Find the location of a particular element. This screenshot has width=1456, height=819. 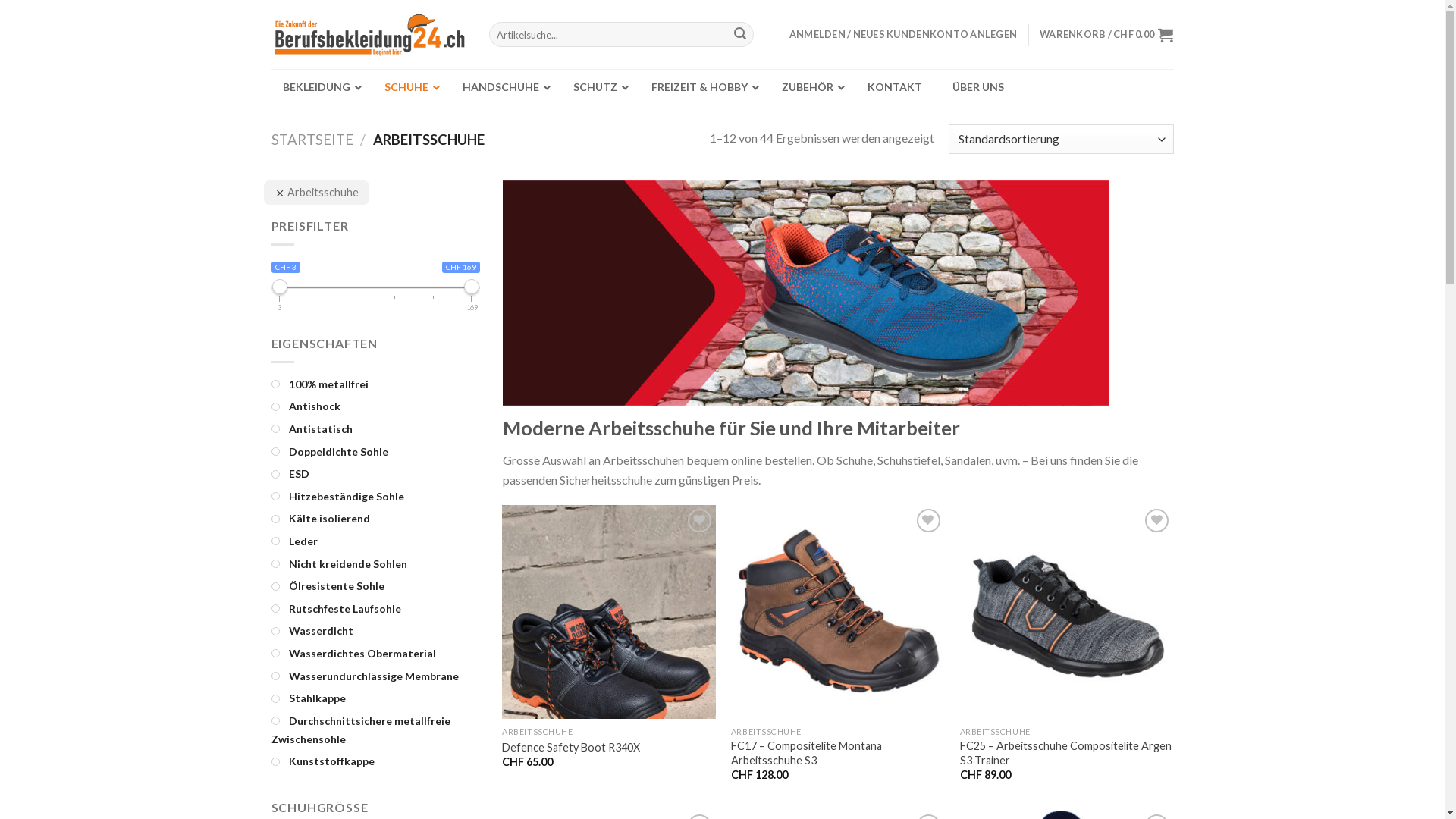

'STARTSEITE' is located at coordinates (312, 140).